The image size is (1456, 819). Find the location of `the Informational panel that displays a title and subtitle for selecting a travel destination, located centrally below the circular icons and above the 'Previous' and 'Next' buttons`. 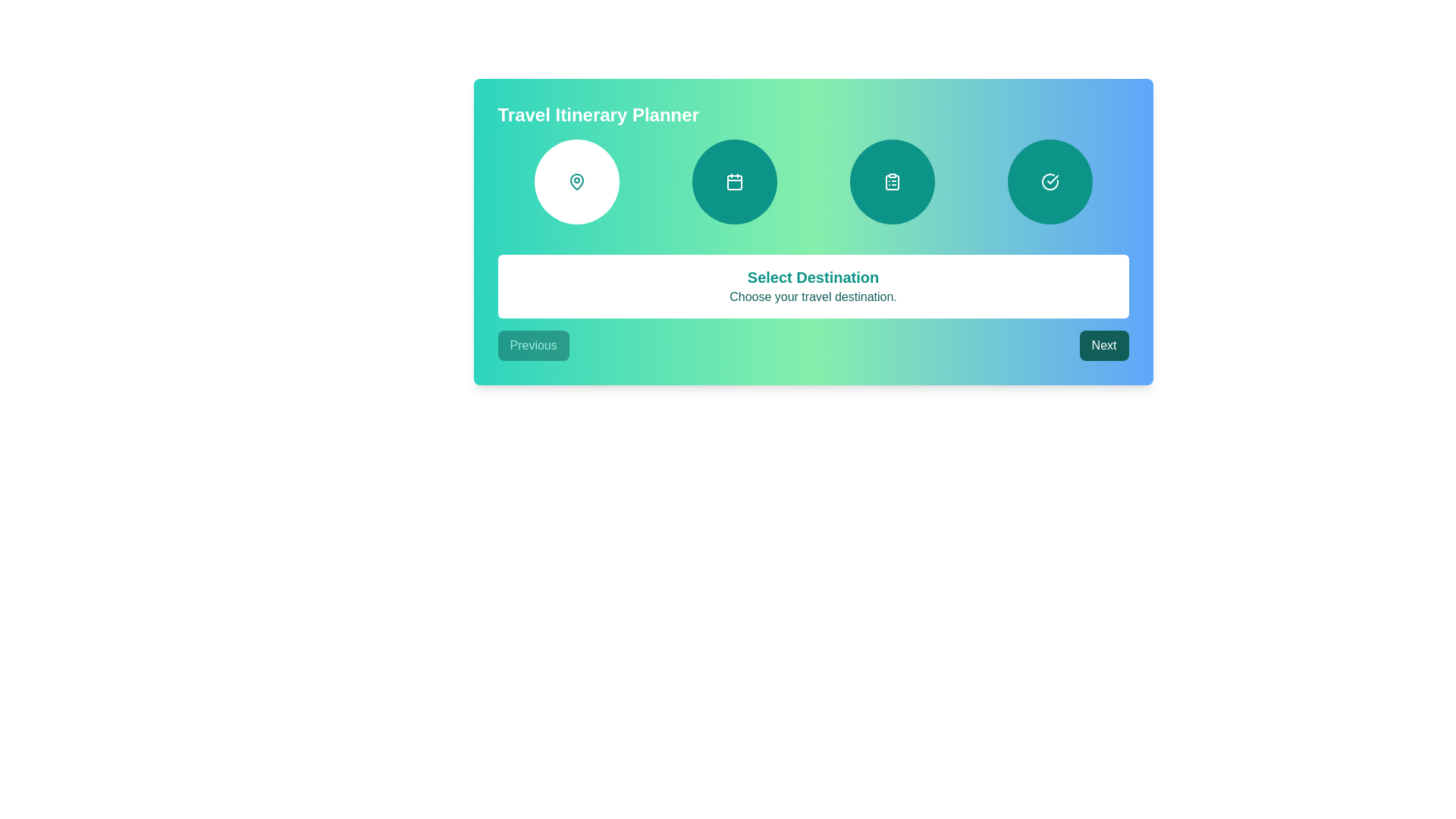

the Informational panel that displays a title and subtitle for selecting a travel destination, located centrally below the circular icons and above the 'Previous' and 'Next' buttons is located at coordinates (812, 307).